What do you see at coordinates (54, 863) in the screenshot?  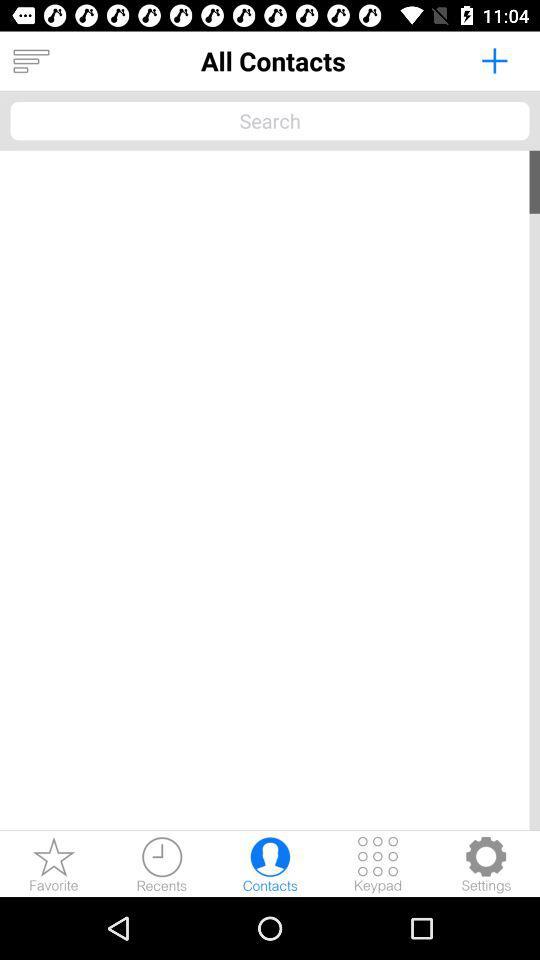 I see `the star icon` at bounding box center [54, 863].